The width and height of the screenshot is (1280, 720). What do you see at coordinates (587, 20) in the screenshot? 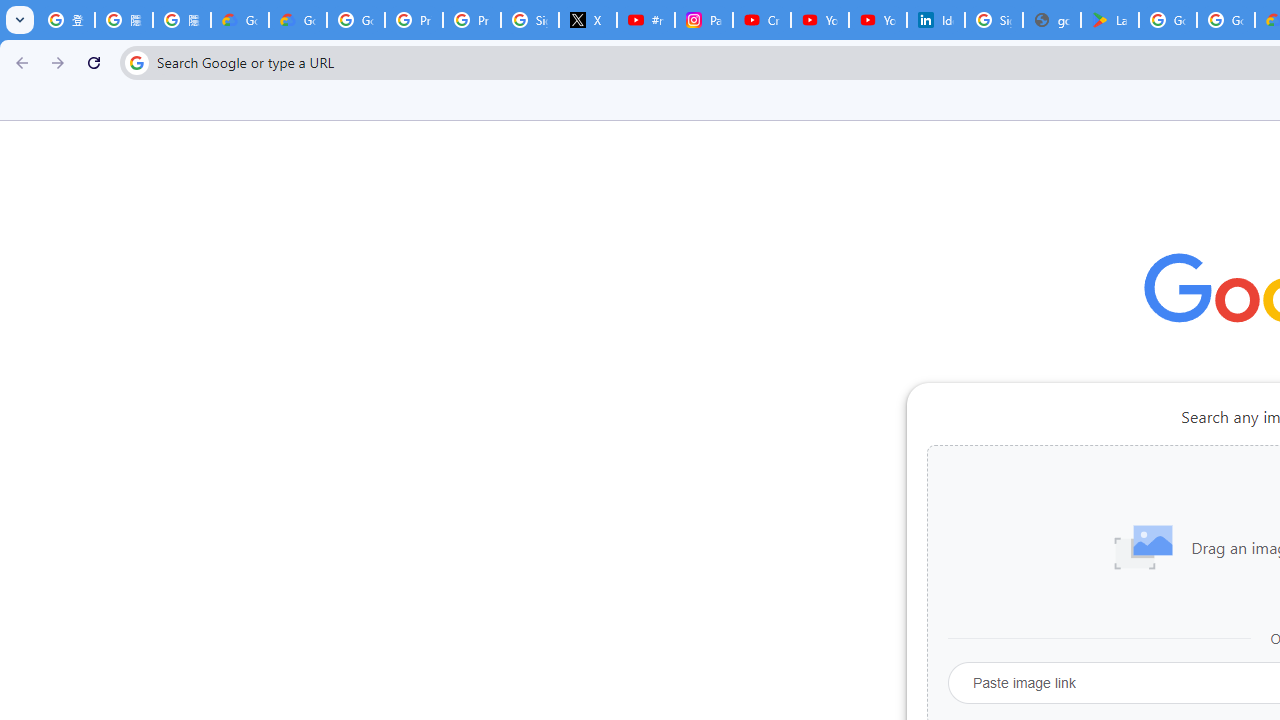
I see `'X'` at bounding box center [587, 20].